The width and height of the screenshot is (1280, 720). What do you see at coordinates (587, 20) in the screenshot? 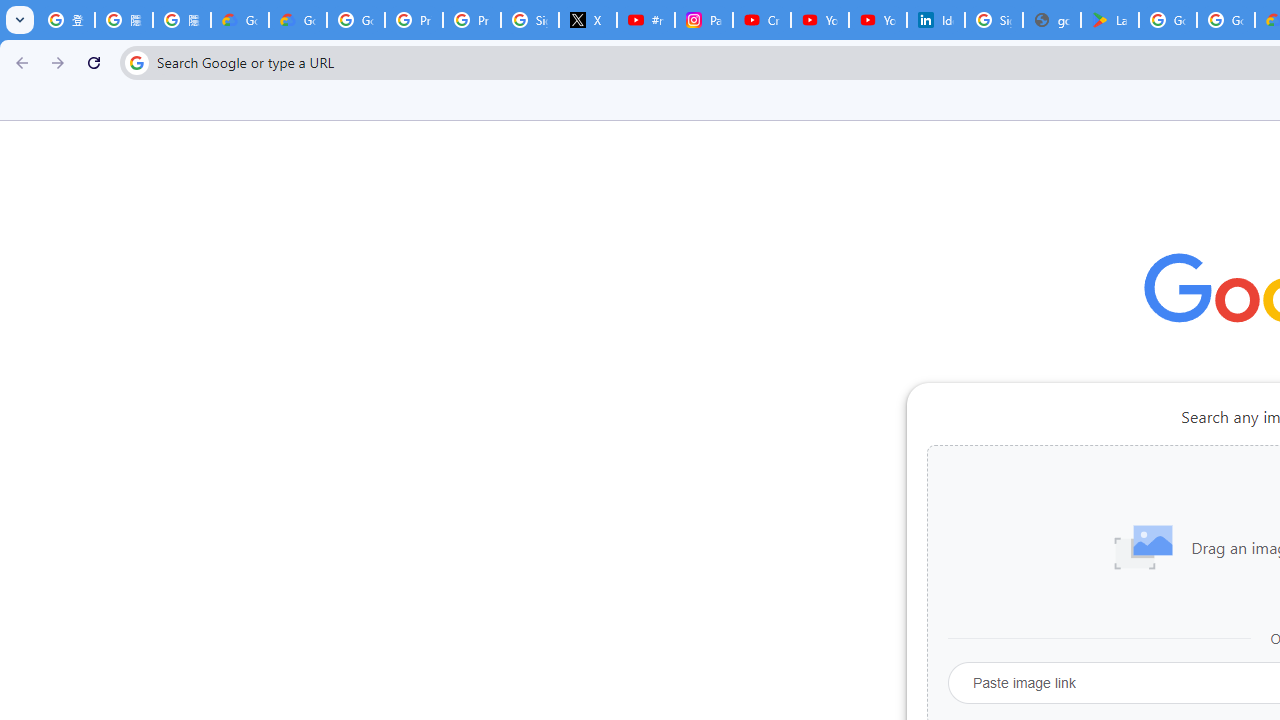
I see `'X'` at bounding box center [587, 20].